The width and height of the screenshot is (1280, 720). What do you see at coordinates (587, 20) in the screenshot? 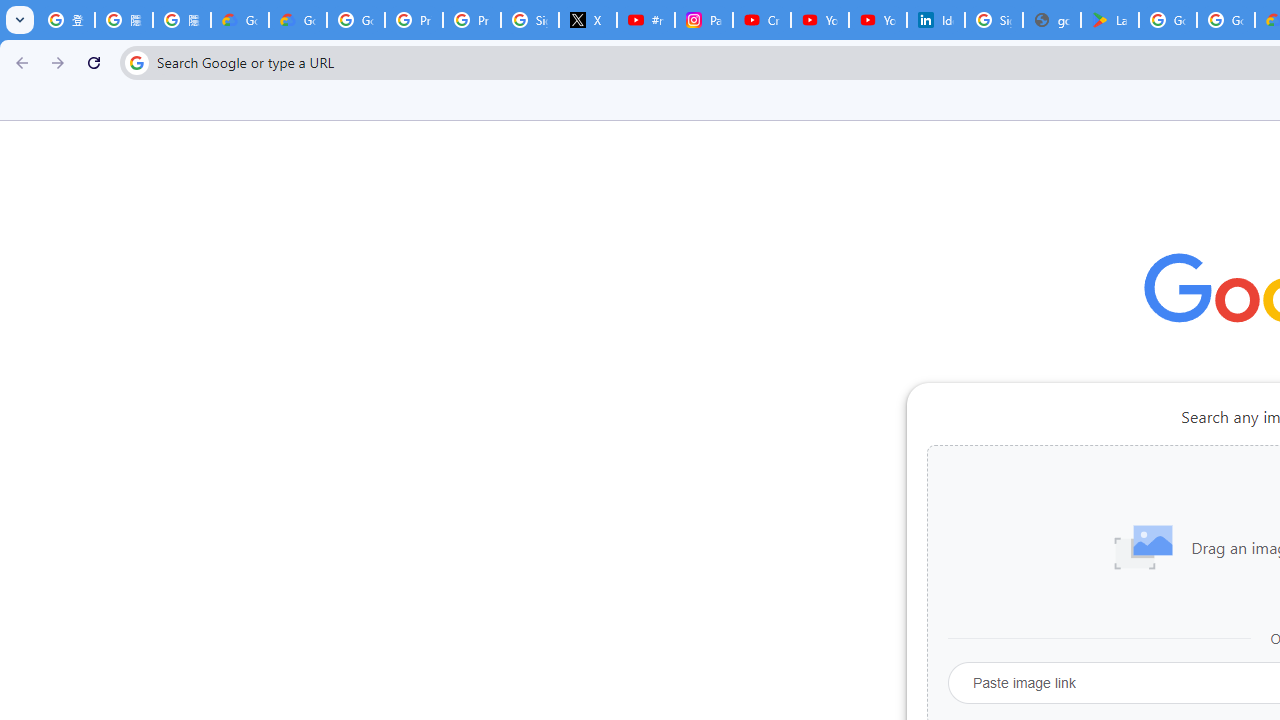
I see `'X'` at bounding box center [587, 20].